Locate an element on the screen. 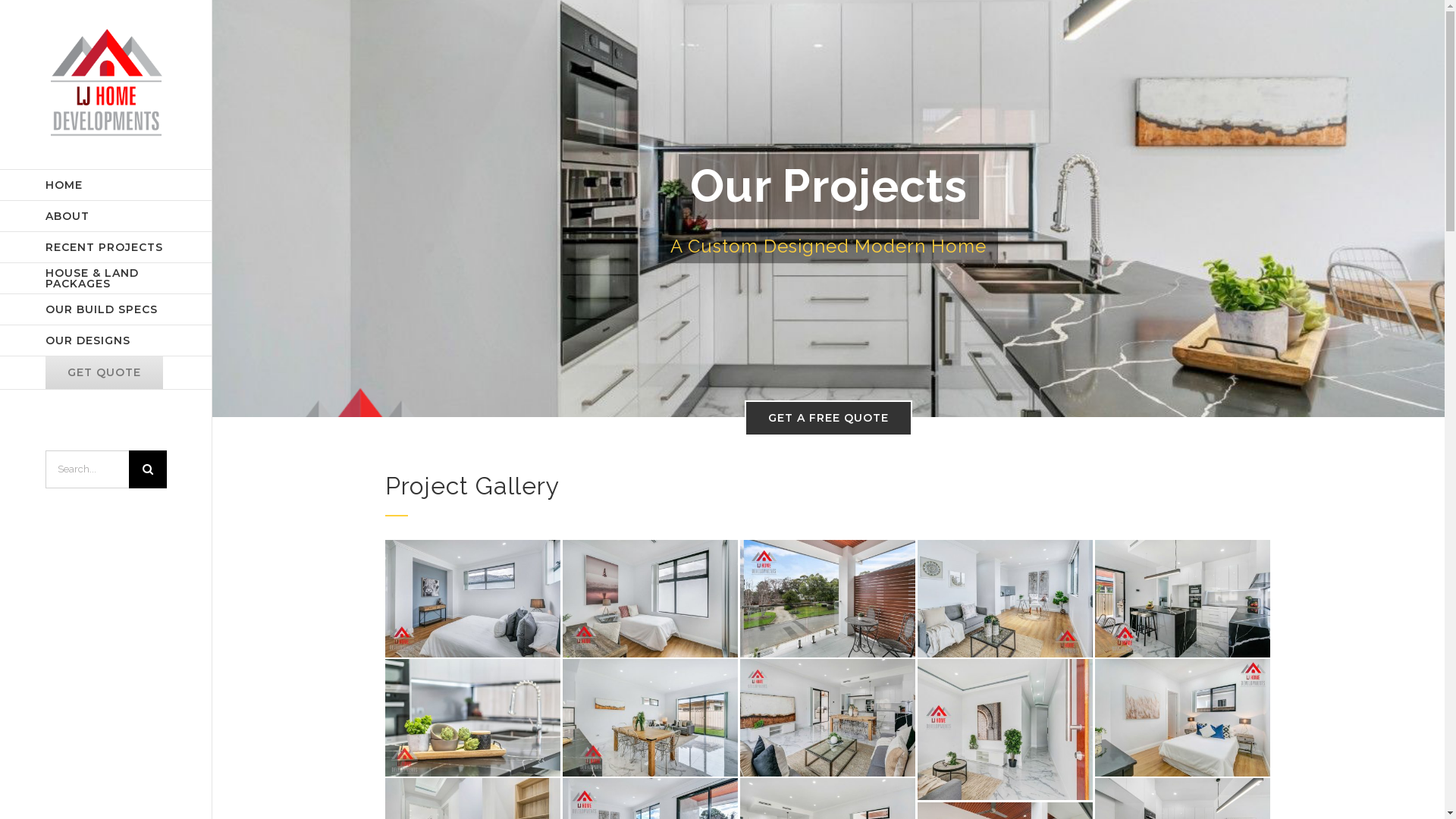 The width and height of the screenshot is (1456, 819). 'HOUSE & LAND PACKAGES' is located at coordinates (105, 278).